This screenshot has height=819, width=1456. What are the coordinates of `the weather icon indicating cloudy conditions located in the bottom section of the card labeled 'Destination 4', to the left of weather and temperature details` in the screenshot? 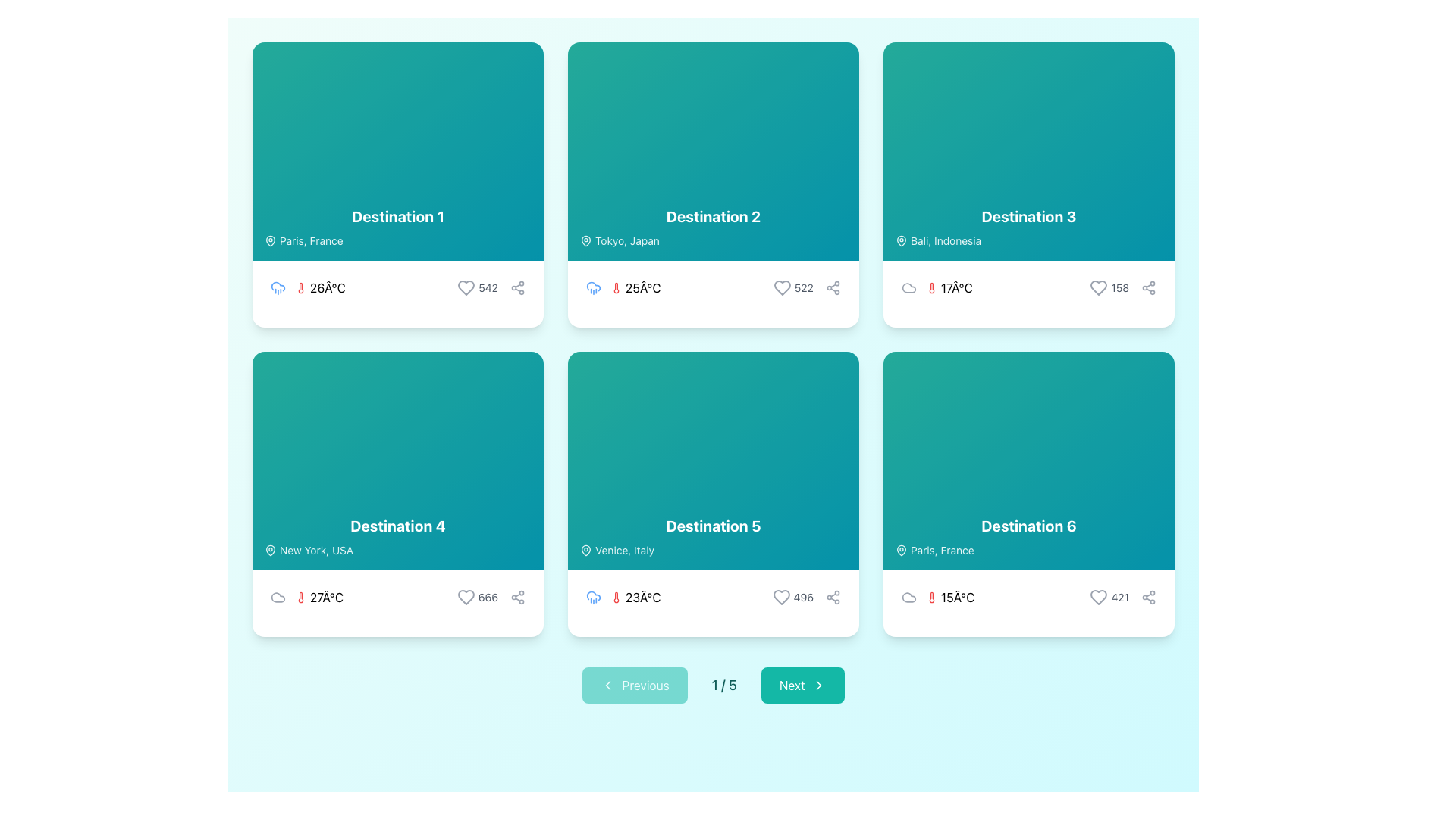 It's located at (278, 596).